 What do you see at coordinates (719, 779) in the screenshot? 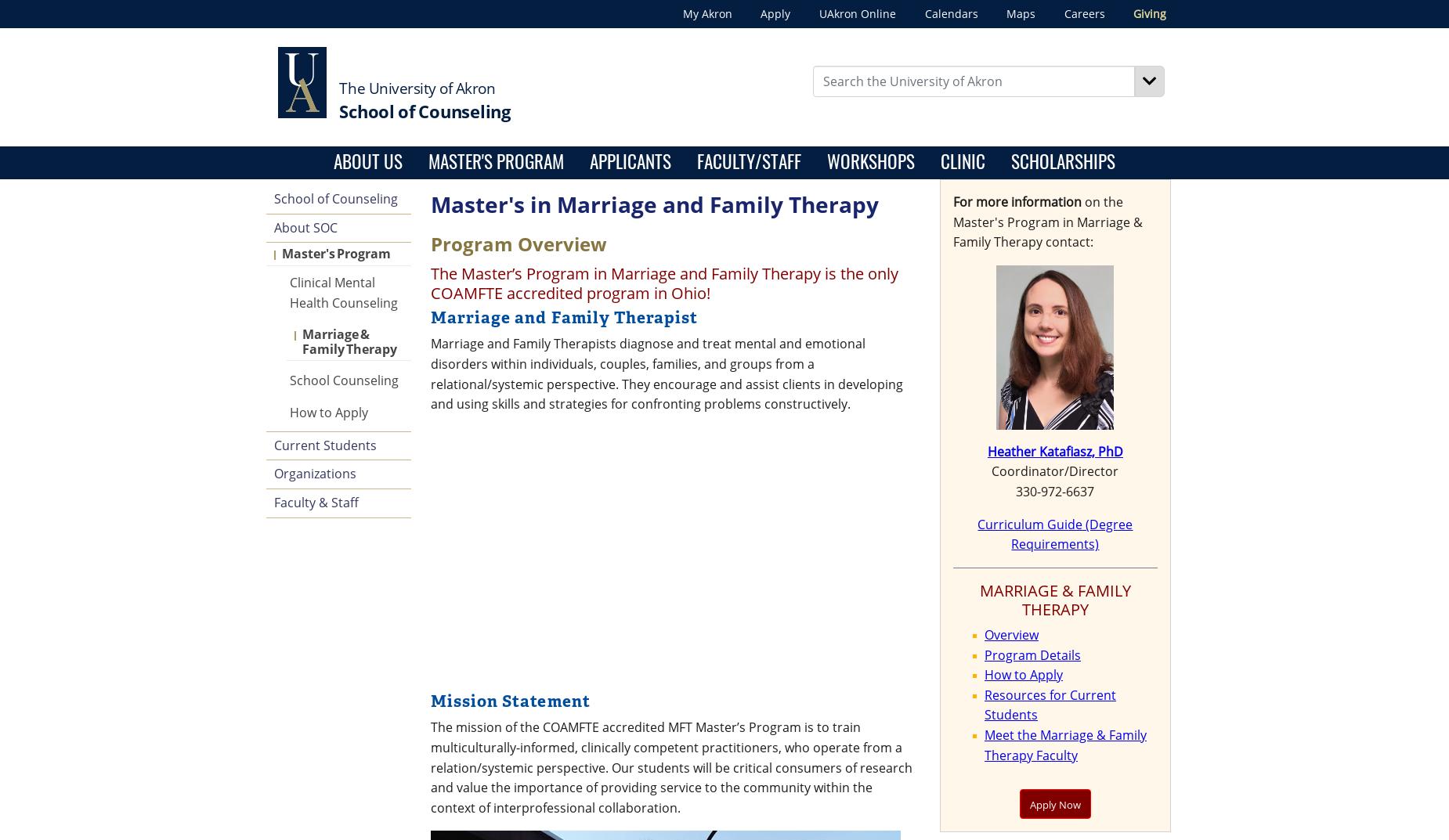
I see `'3'` at bounding box center [719, 779].